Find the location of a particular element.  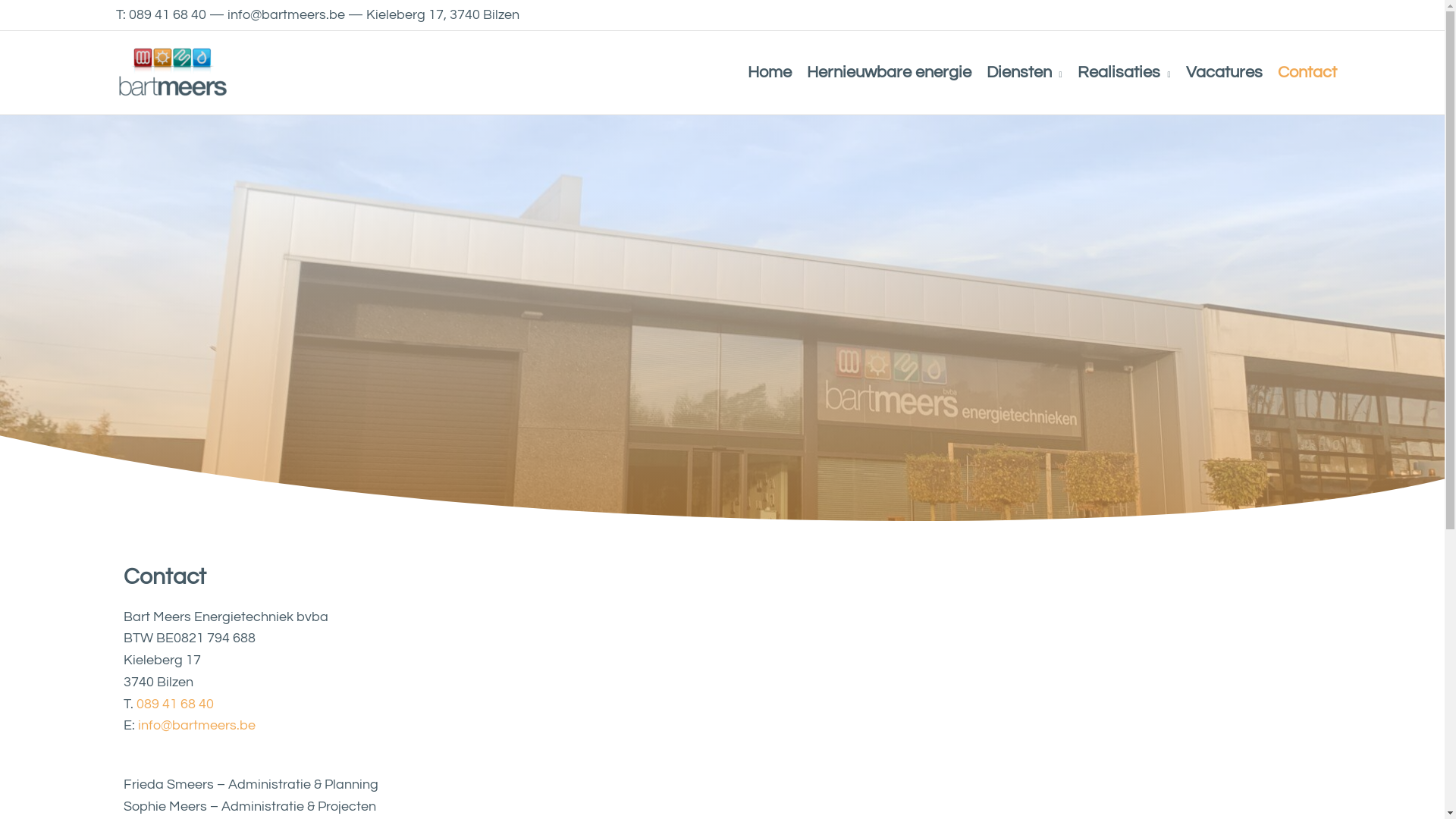

'info@bartmeers.be' is located at coordinates (138, 724).